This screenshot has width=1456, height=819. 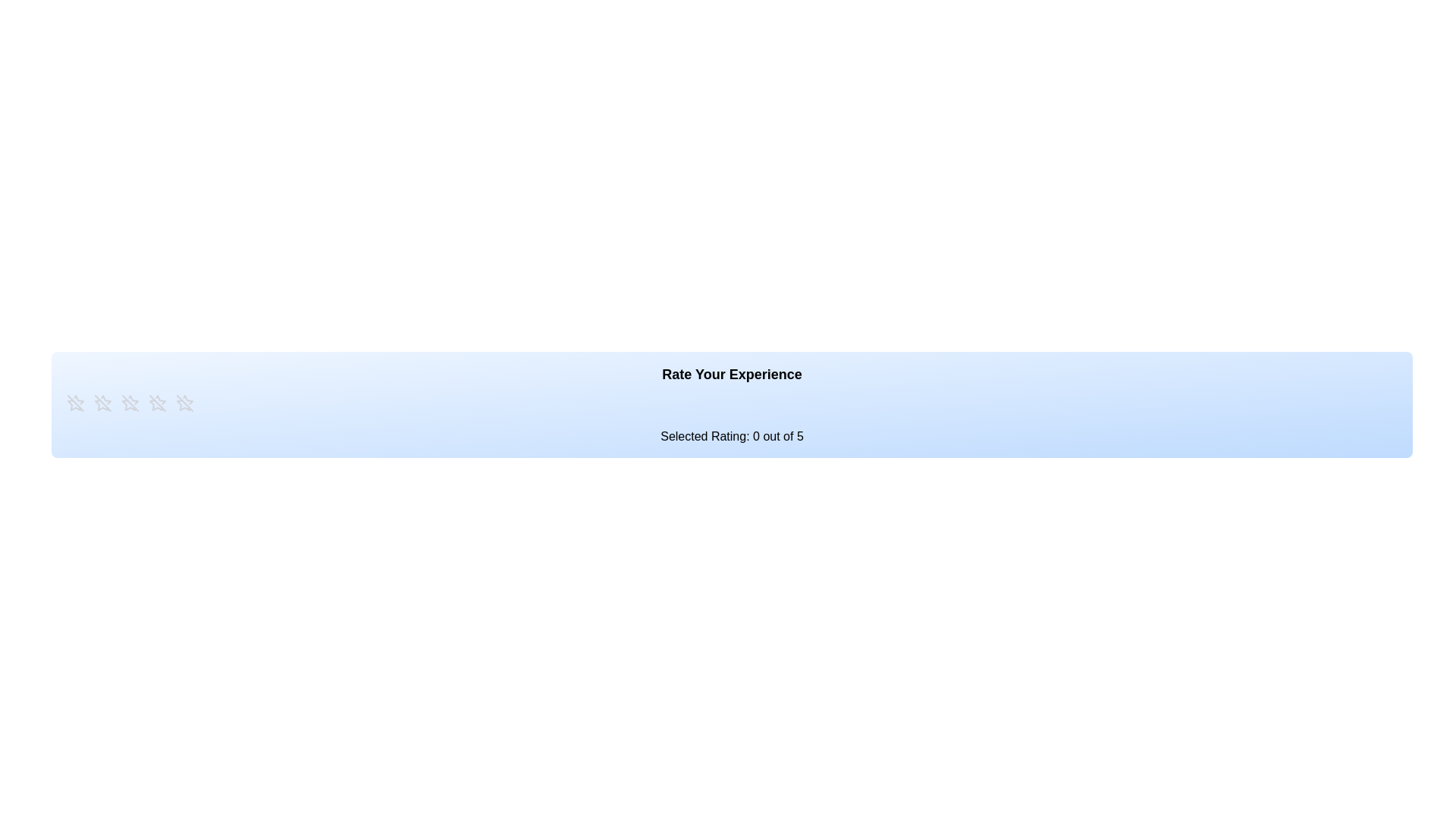 I want to click on the star corresponding to 1 stars to preview the rating, so click(x=75, y=403).